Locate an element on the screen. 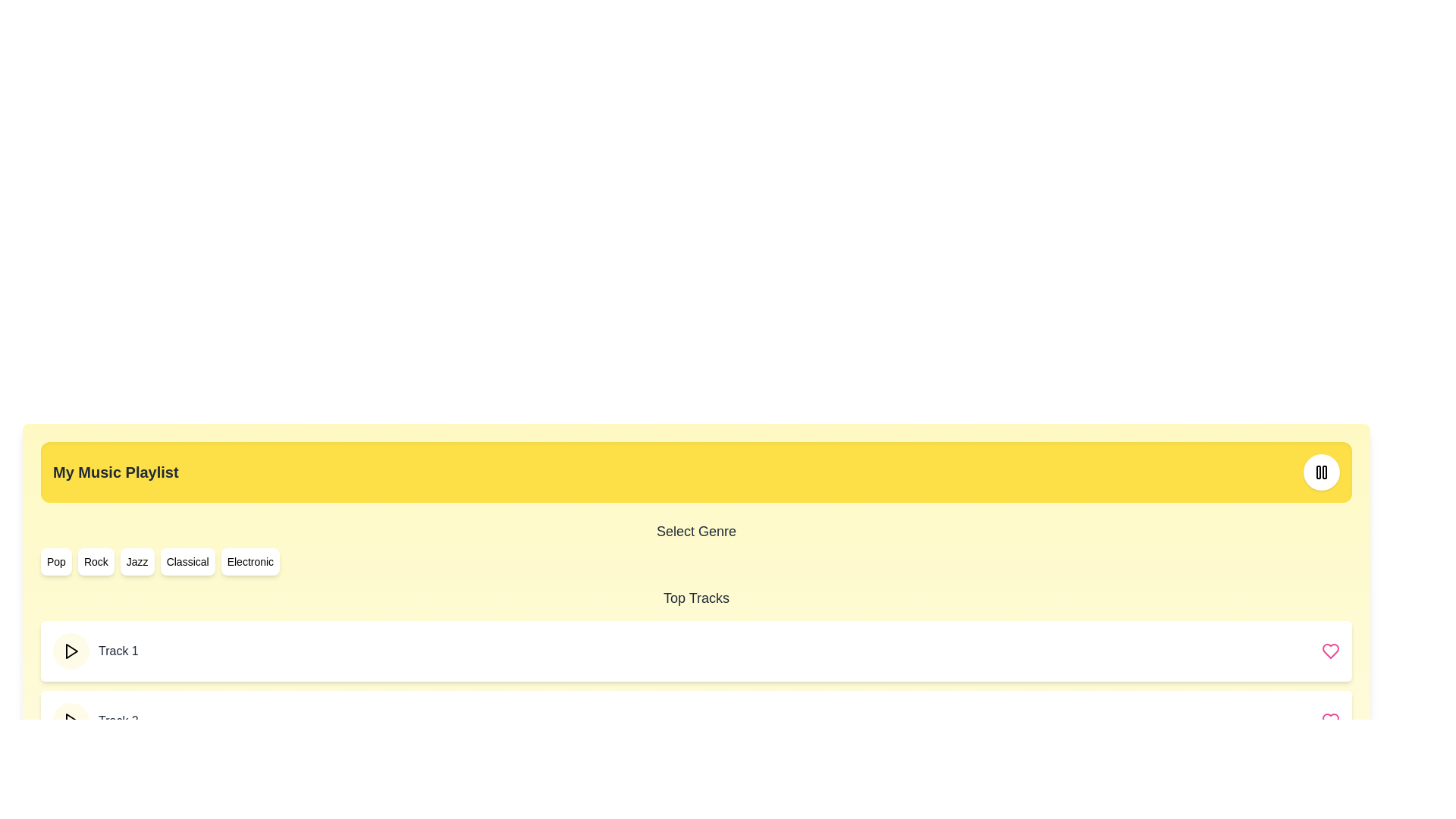 The image size is (1456, 819). the textual label displaying 'Track 2' located in the lower section of the interface, below 'Track 1' is located at coordinates (95, 720).